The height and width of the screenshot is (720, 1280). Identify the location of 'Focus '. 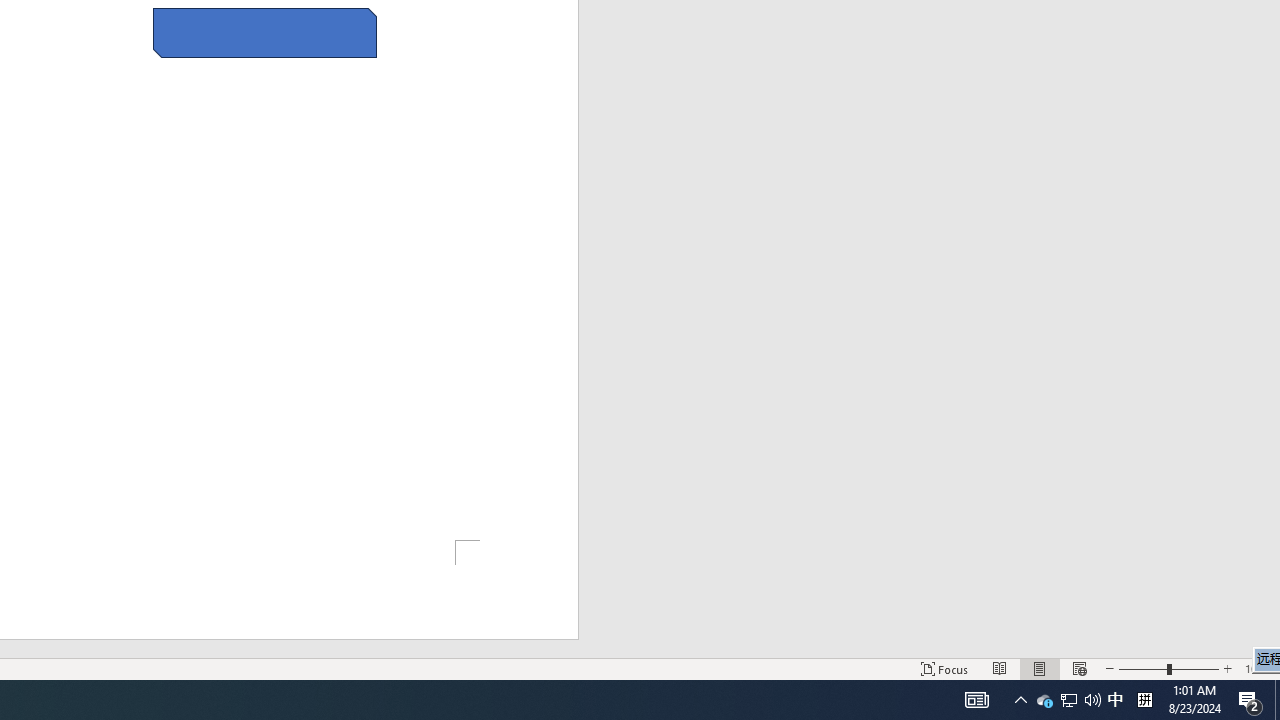
(943, 669).